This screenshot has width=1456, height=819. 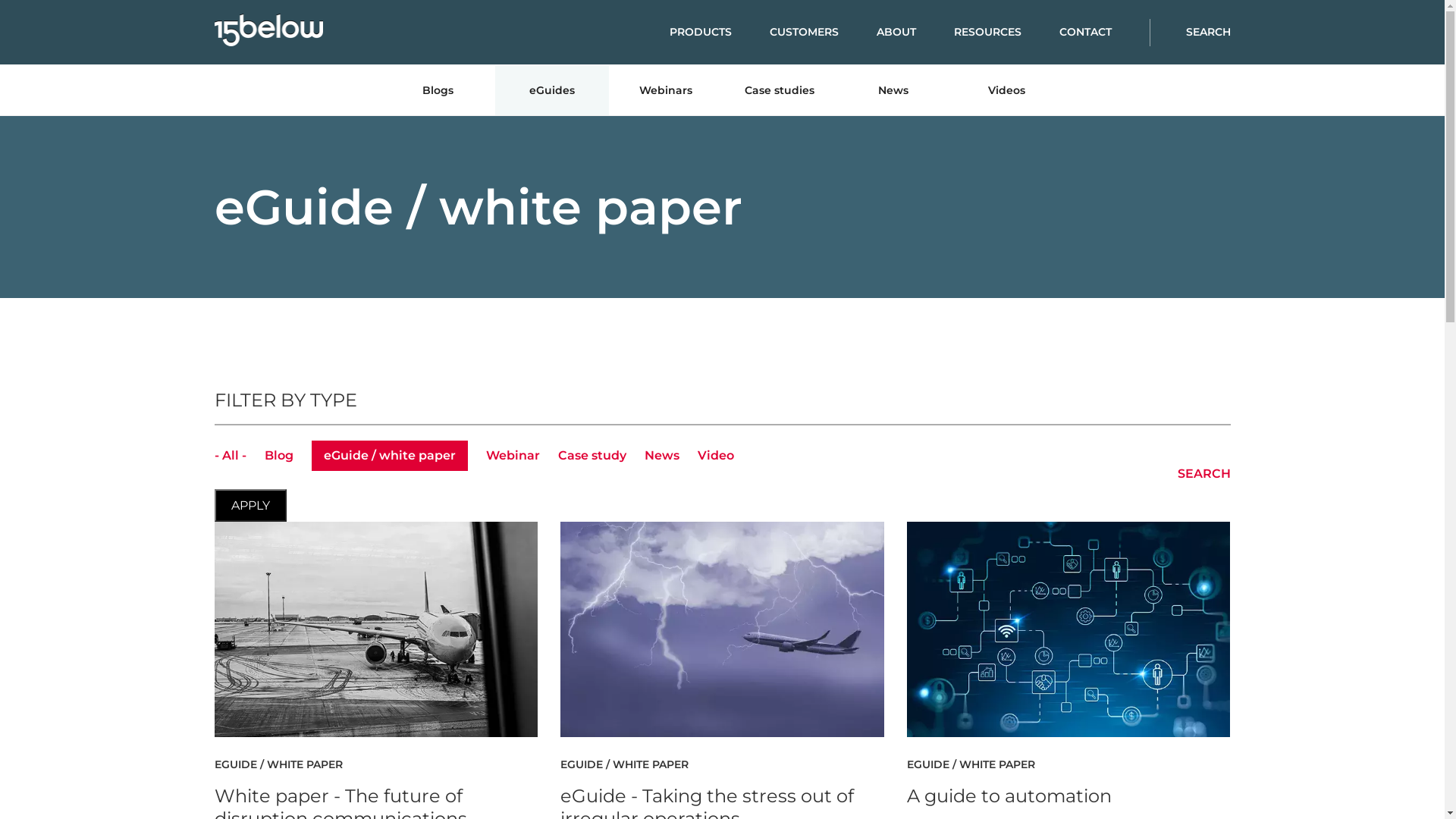 I want to click on 'CONTACT', so click(x=1103, y=32).